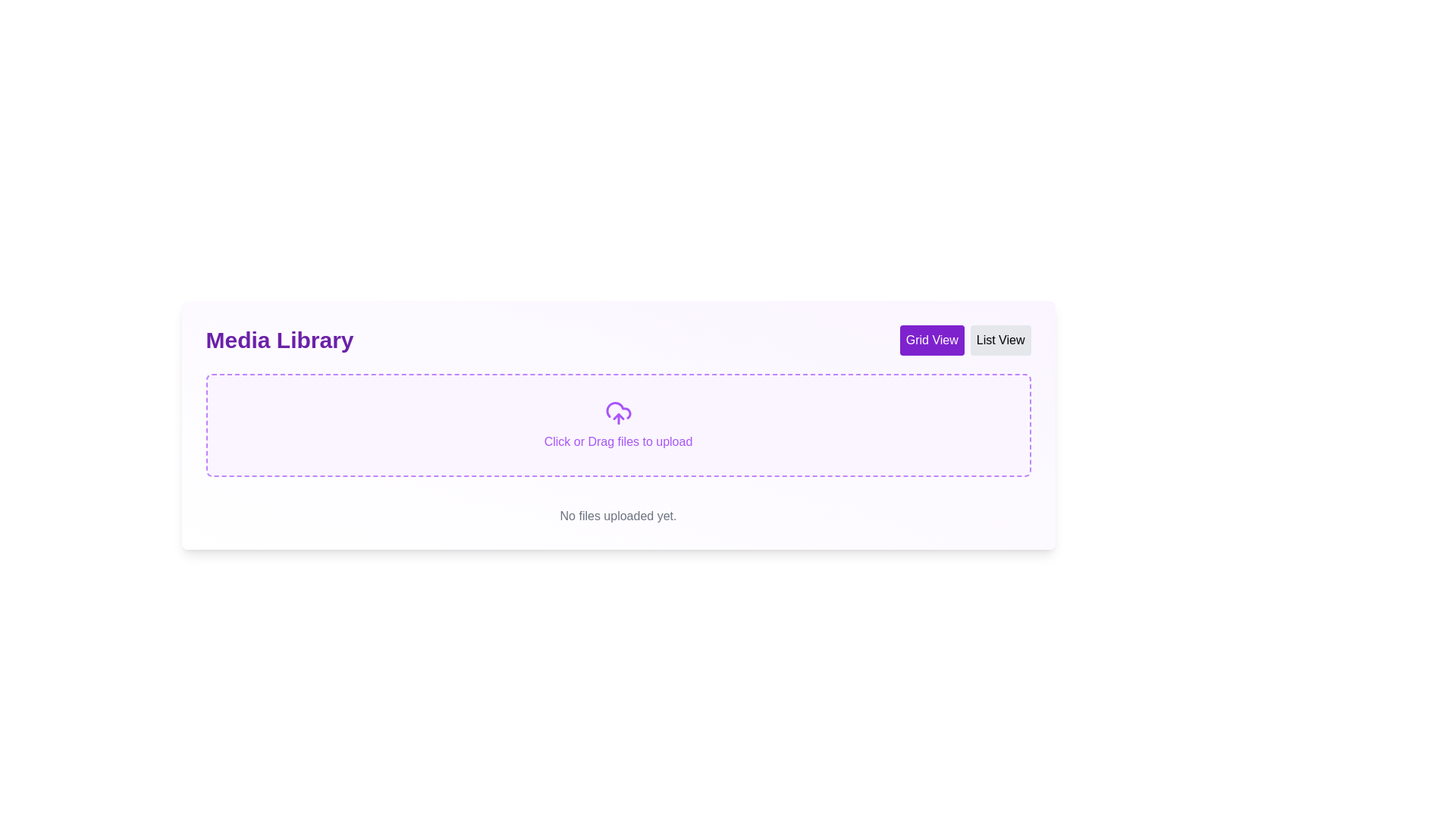 The width and height of the screenshot is (1456, 819). What do you see at coordinates (618, 441) in the screenshot?
I see `the static text label that reads 'Click or Drag files to upload'` at bounding box center [618, 441].